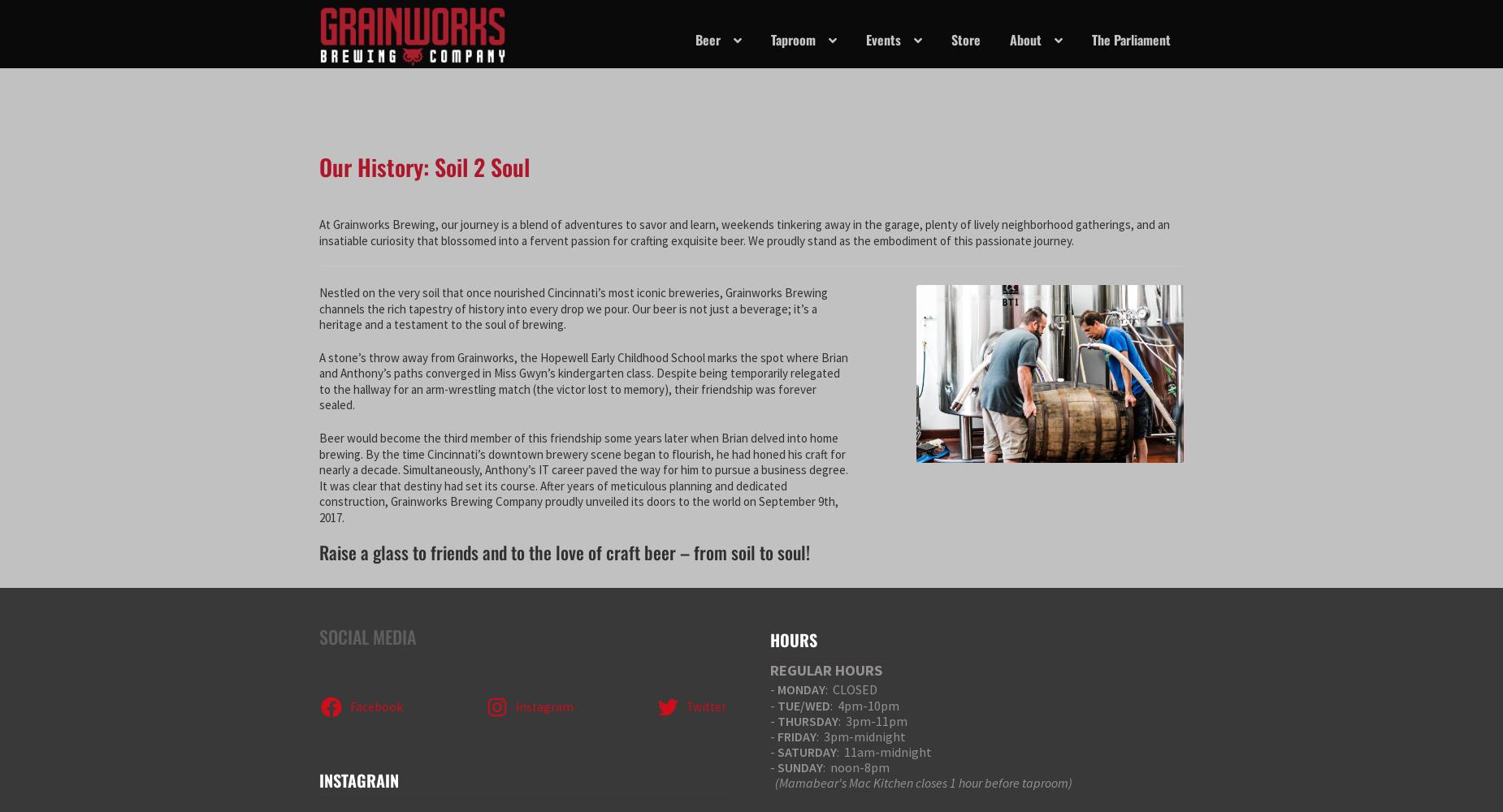 The width and height of the screenshot is (1503, 812). Describe the element at coordinates (881, 40) in the screenshot. I see `'Events'` at that location.